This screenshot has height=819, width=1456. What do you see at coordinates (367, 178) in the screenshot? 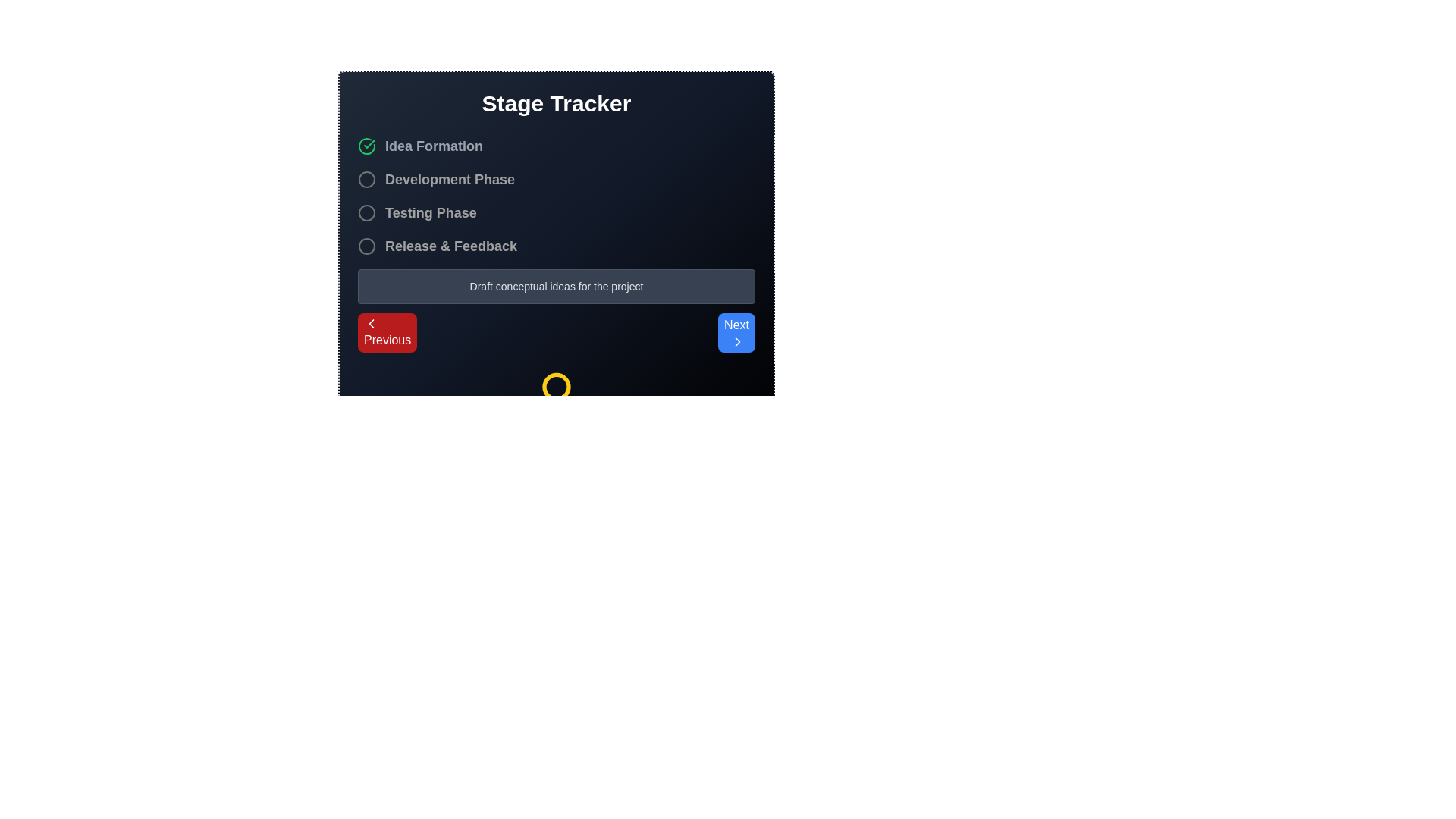
I see `the radio button associated with the 'Development Phase' label` at bounding box center [367, 178].